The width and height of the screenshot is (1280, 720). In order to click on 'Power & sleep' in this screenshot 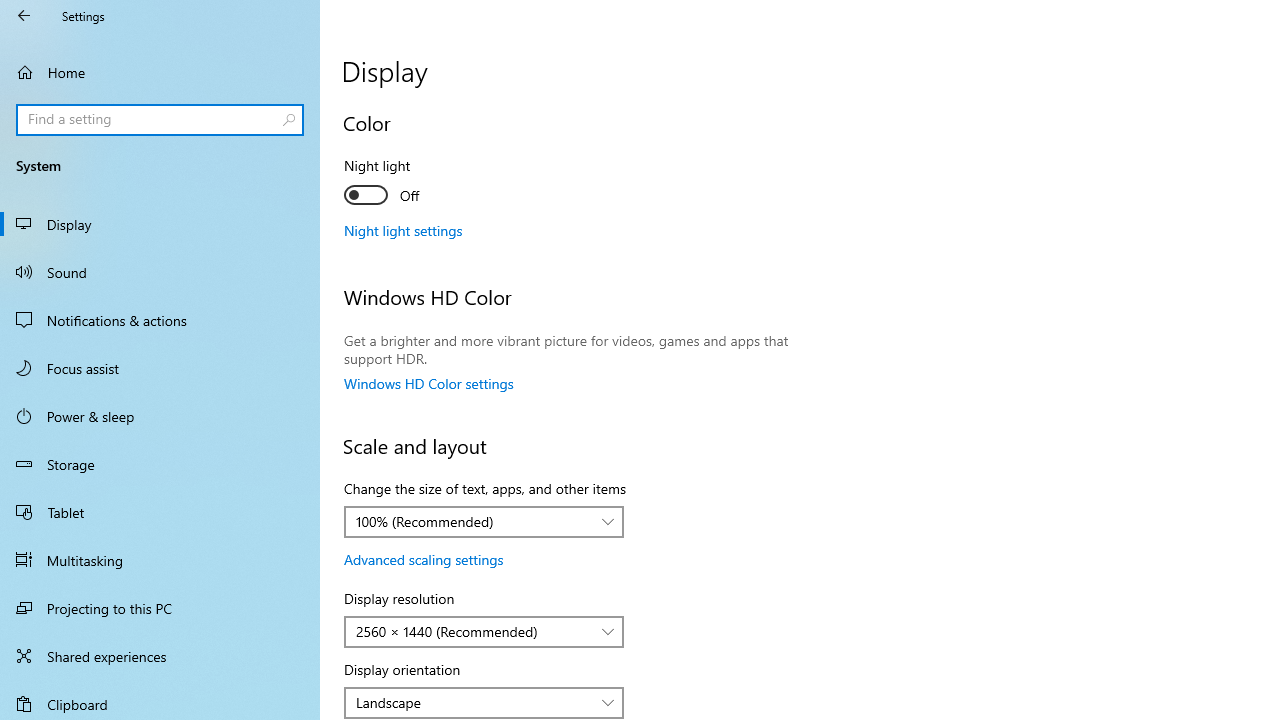, I will do `click(160, 414)`.